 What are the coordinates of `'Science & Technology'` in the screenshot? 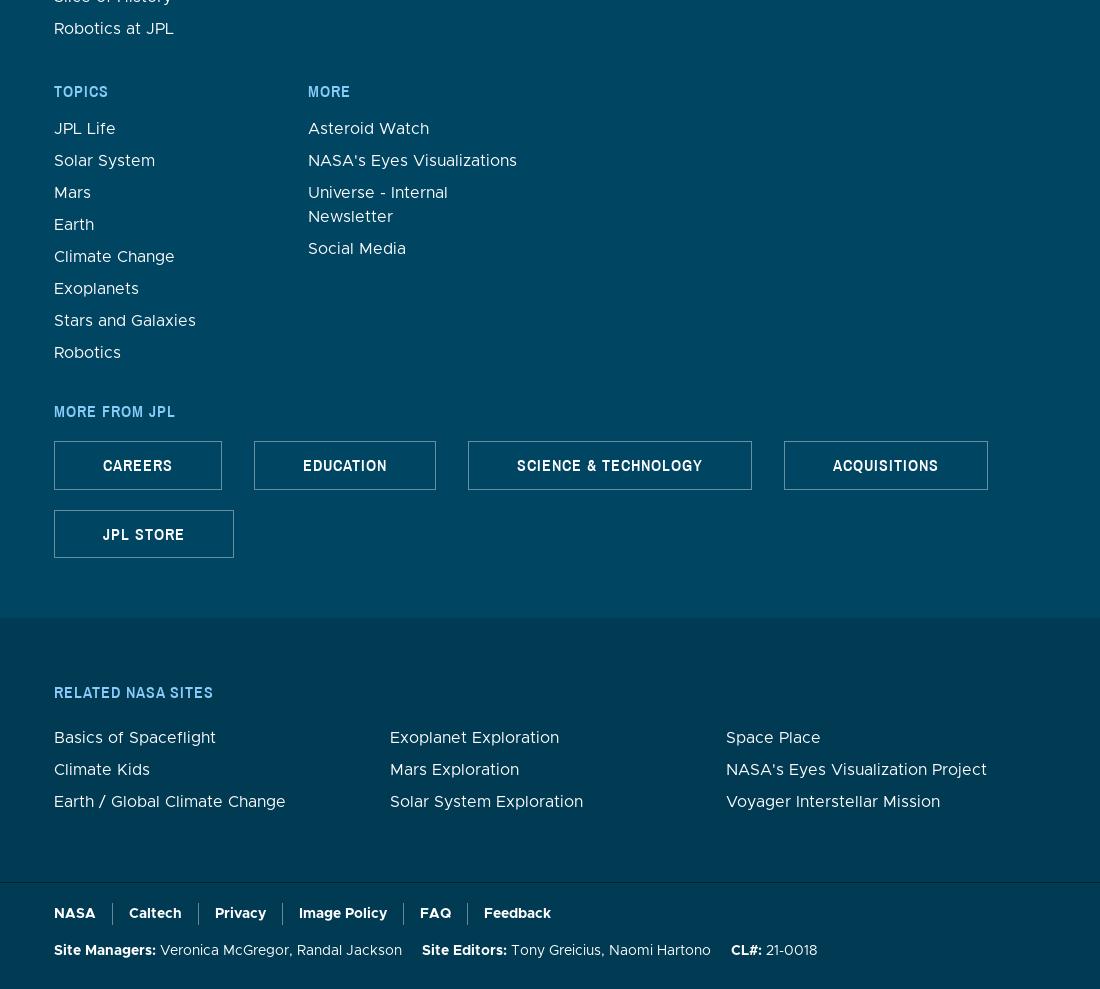 It's located at (608, 464).